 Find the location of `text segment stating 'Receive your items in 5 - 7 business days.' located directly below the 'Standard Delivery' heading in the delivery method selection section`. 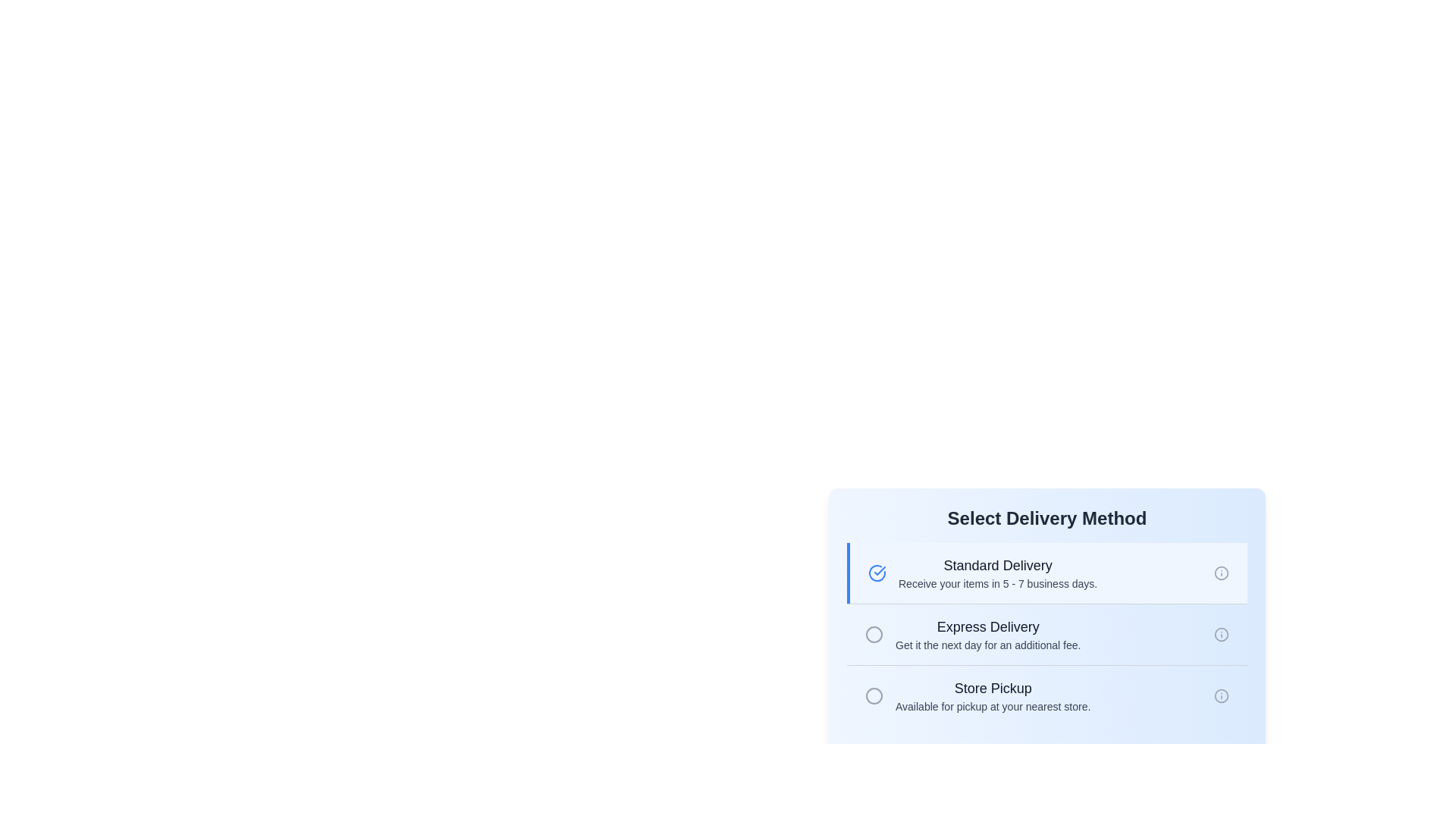

text segment stating 'Receive your items in 5 - 7 business days.' located directly below the 'Standard Delivery' heading in the delivery method selection section is located at coordinates (998, 583).